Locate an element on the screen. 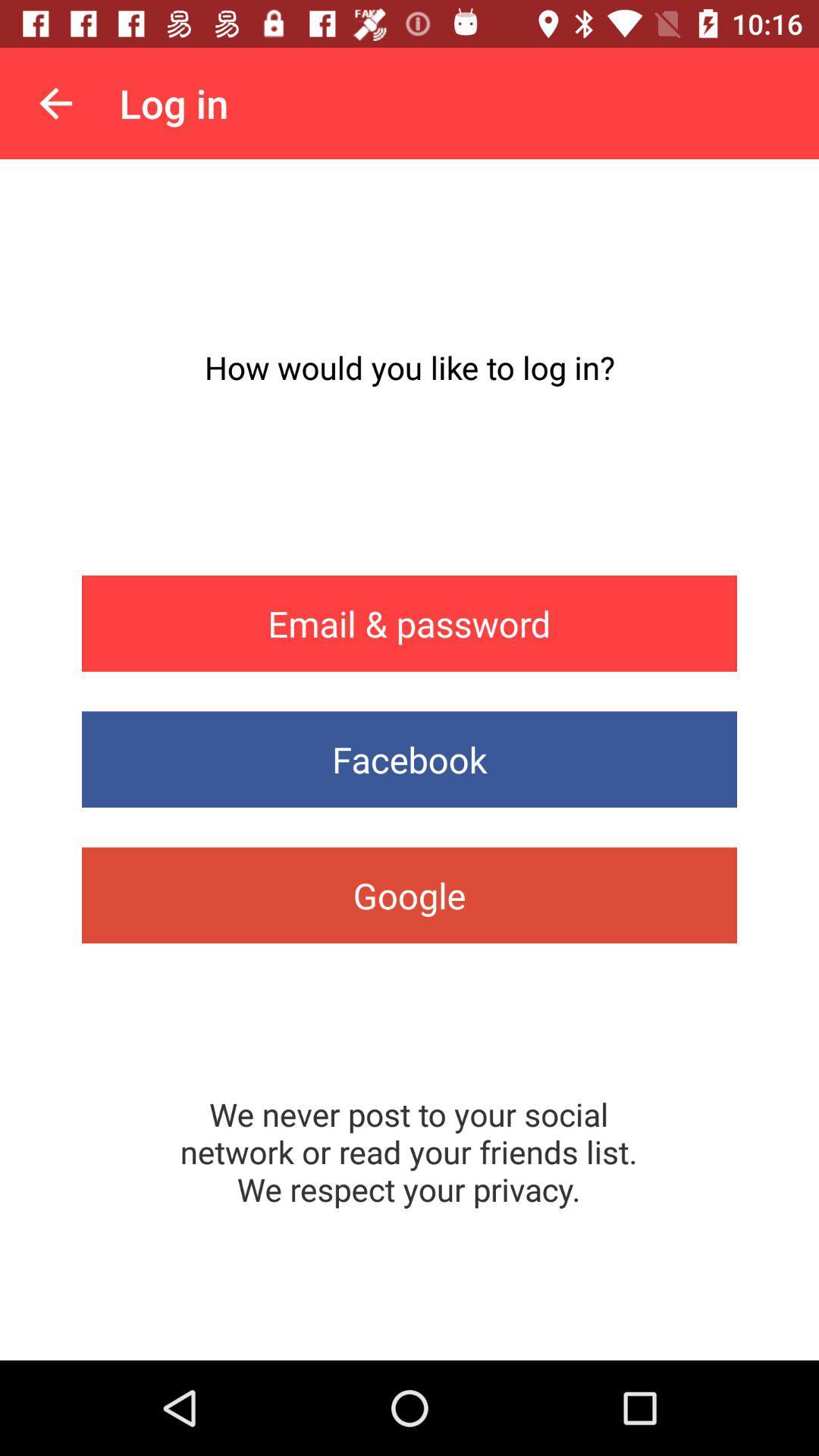 The height and width of the screenshot is (1456, 819). google is located at coordinates (409, 895).